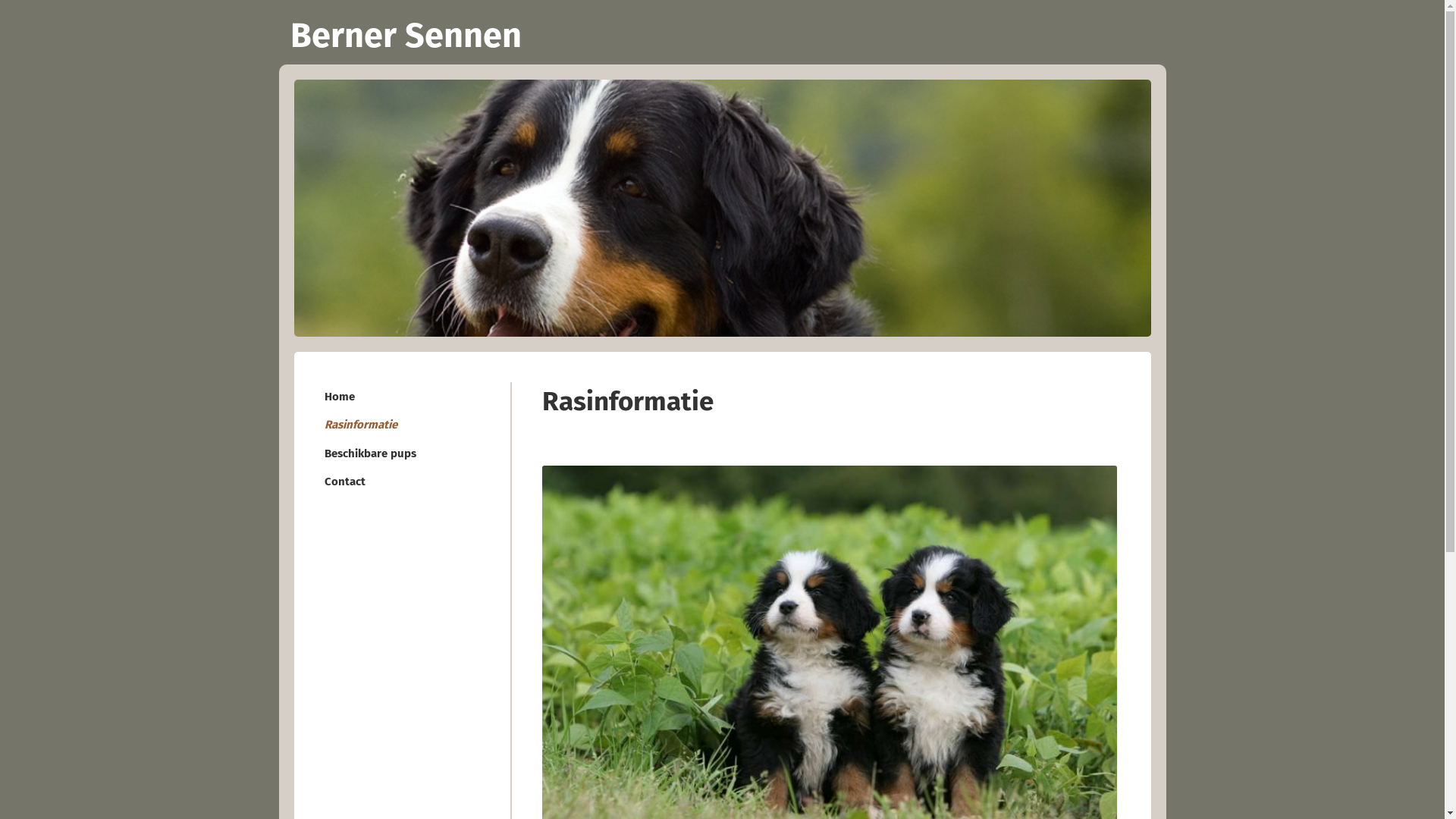 The width and height of the screenshot is (1456, 819). I want to click on 'Beschikbare pups', so click(403, 452).